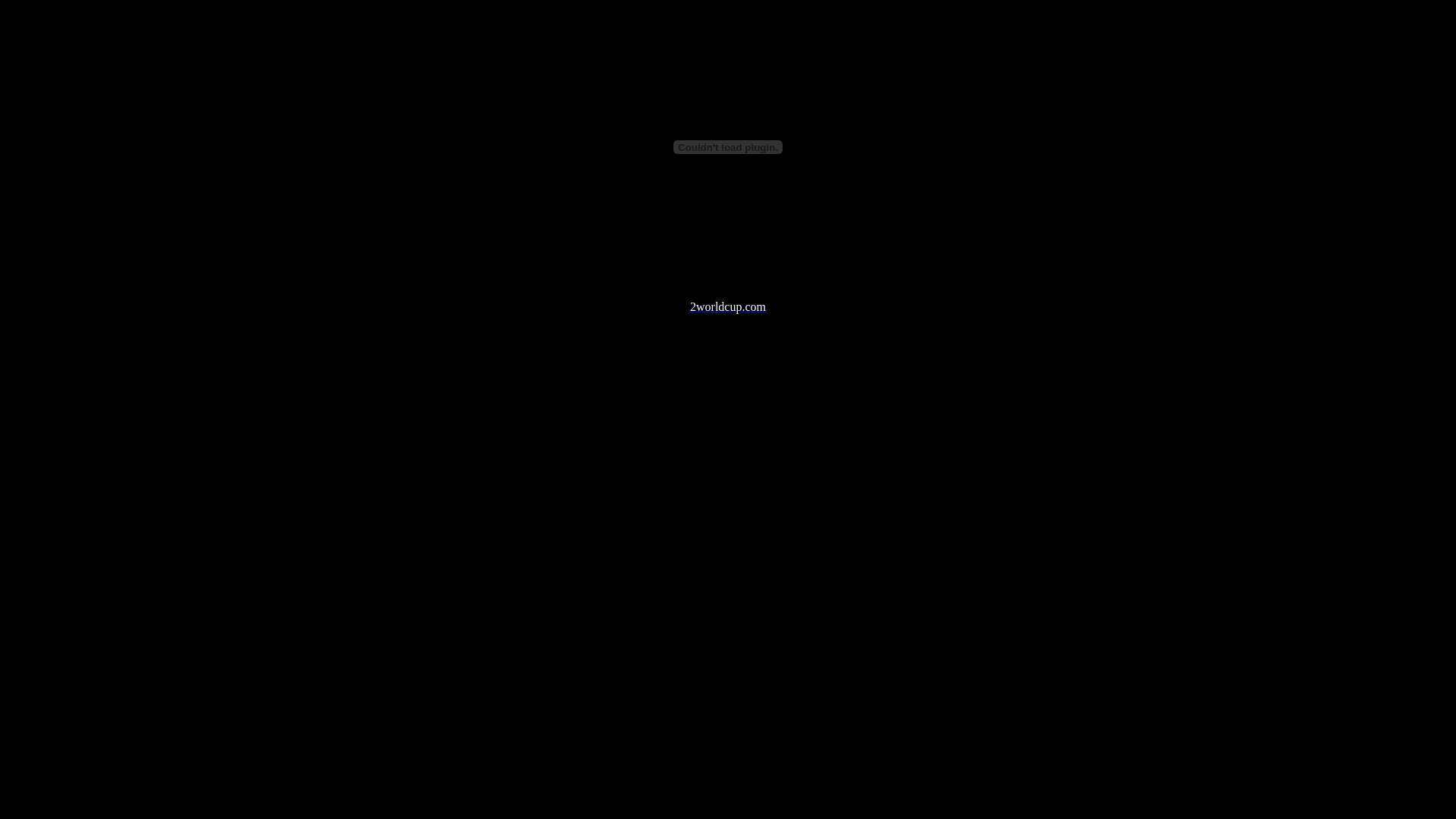 Image resolution: width=1456 pixels, height=819 pixels. What do you see at coordinates (689, 306) in the screenshot?
I see `'2worldcup.com'` at bounding box center [689, 306].